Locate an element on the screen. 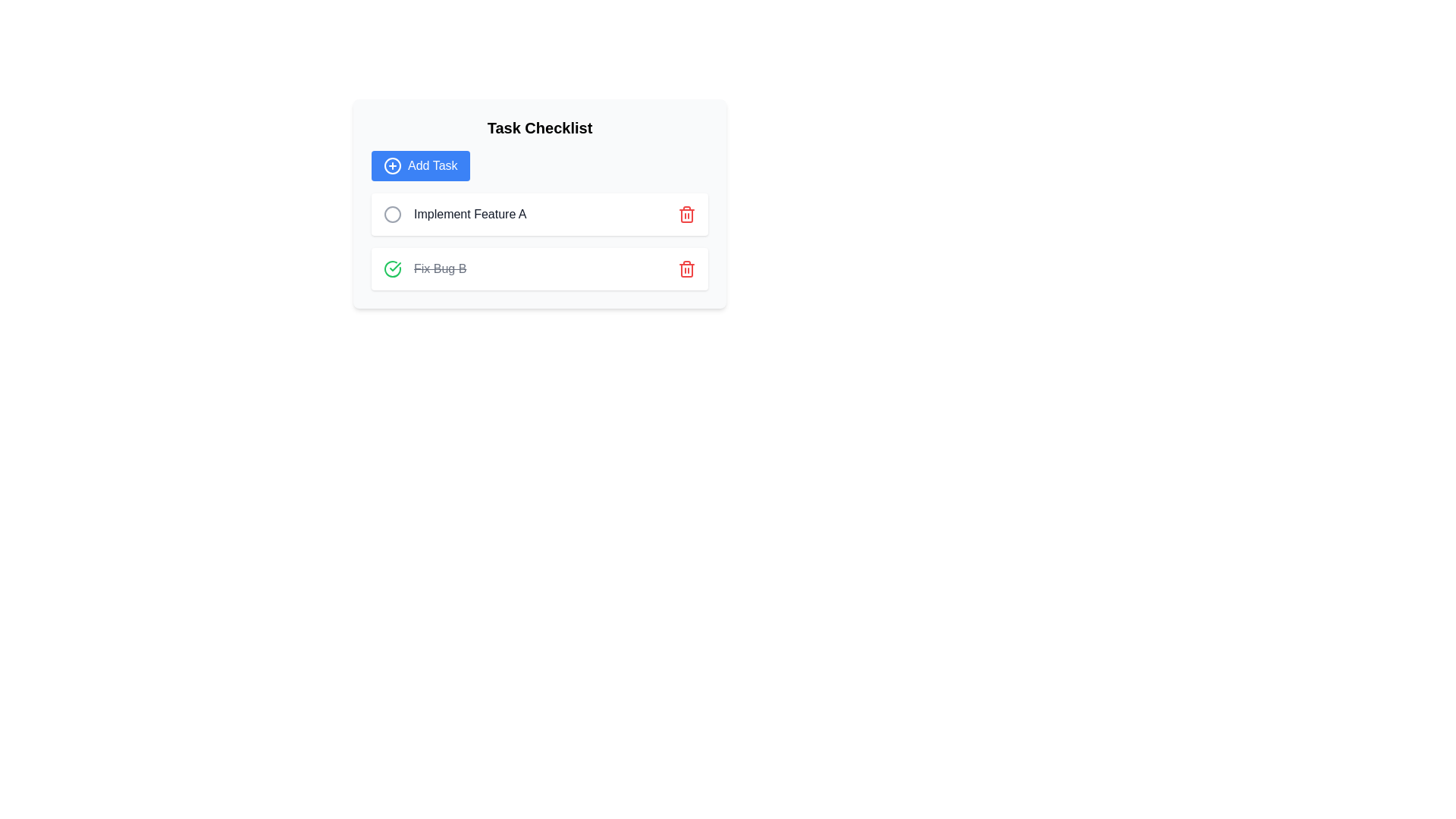 The image size is (1456, 819). text element that serves as the title for the task checklist section, located centrally at the top of the section is located at coordinates (539, 127).